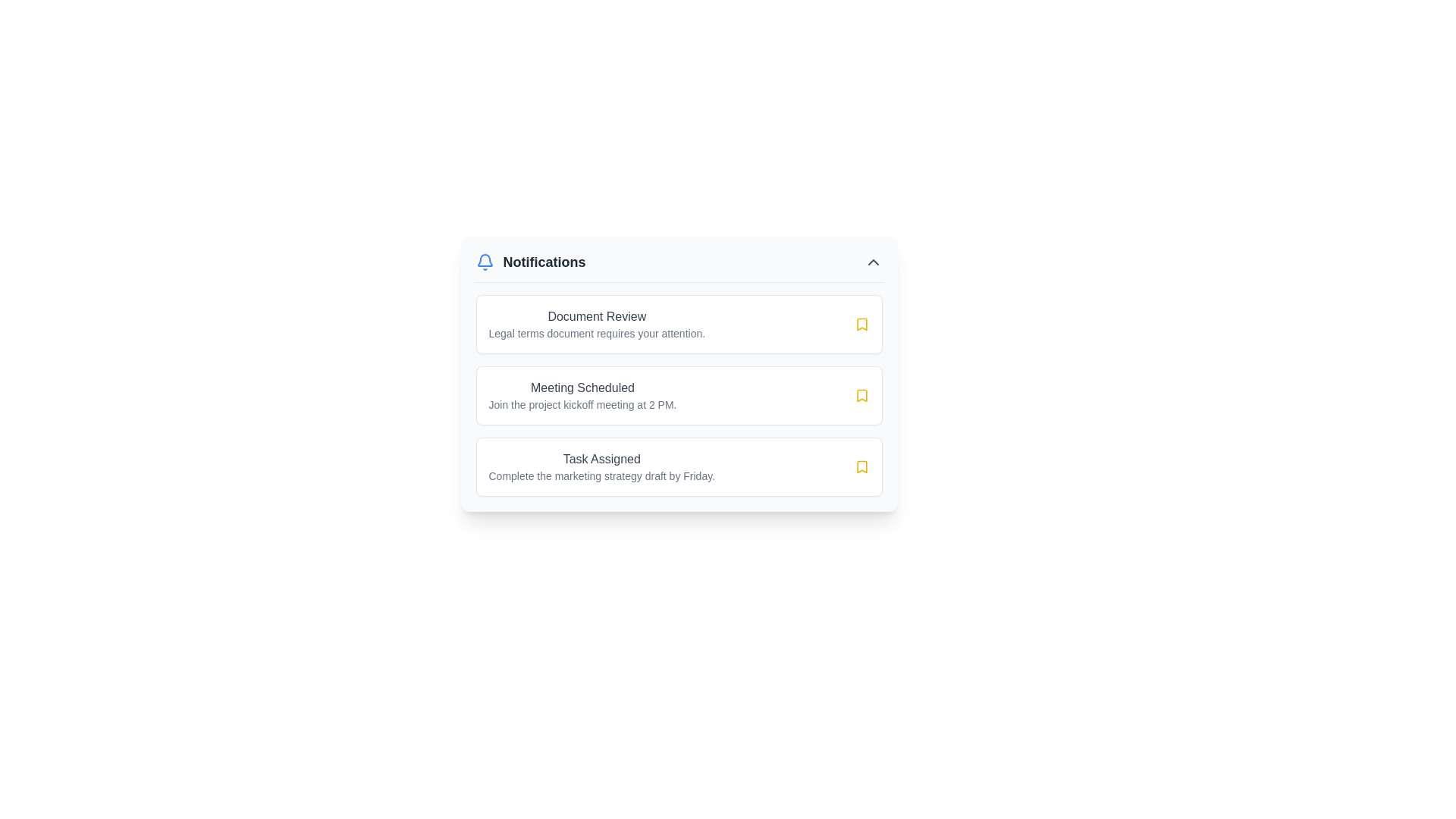  Describe the element at coordinates (544, 262) in the screenshot. I see `the text label that serves as the header for the notification panel, located to the right of the blue bell icon` at that location.